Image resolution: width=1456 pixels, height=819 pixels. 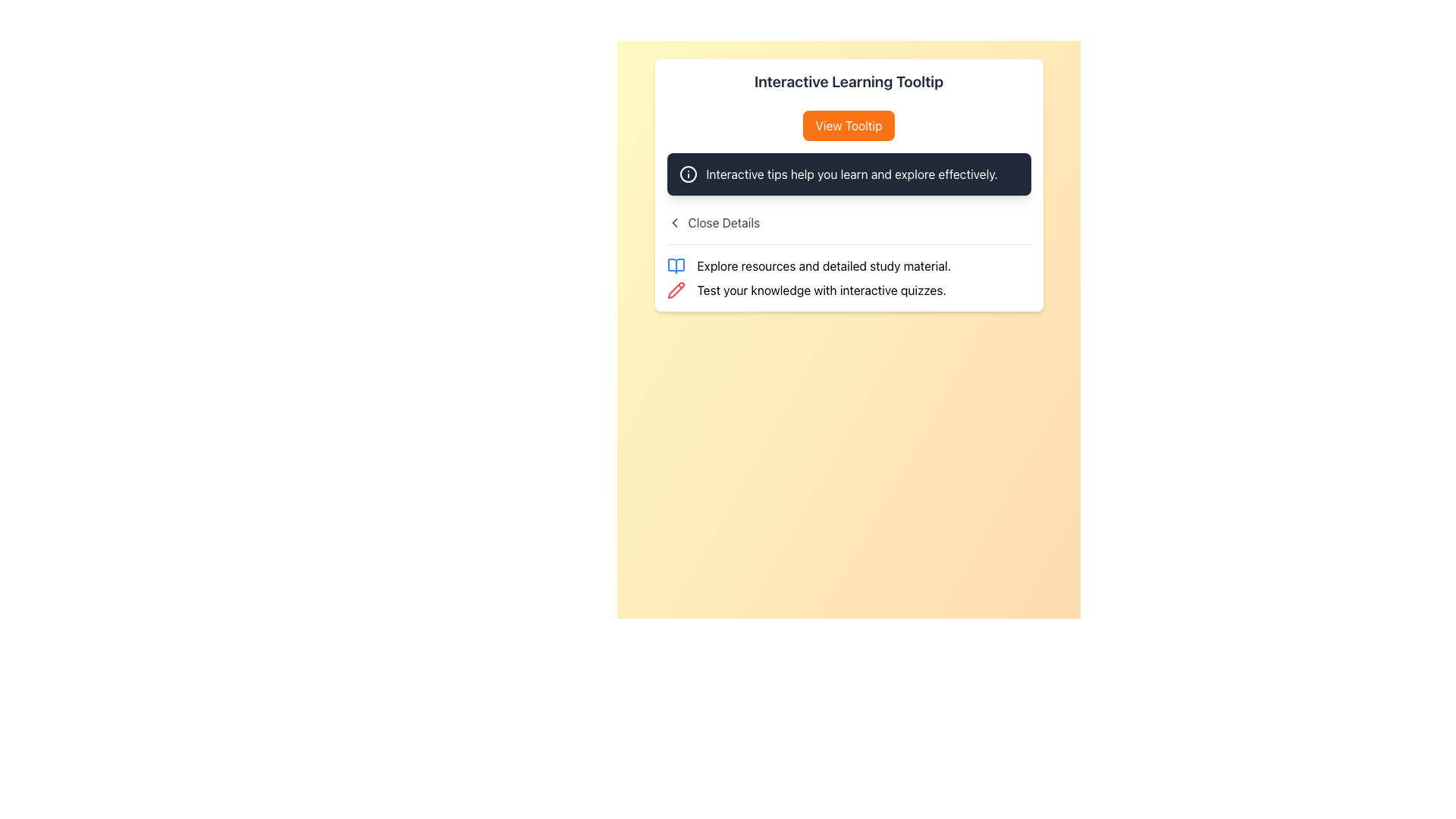 What do you see at coordinates (675, 265) in the screenshot?
I see `the educational resources icon that visually represents study materials, positioned at the beginning of the horizontal arrangement with the text 'Explore resources and detailed study material.'` at bounding box center [675, 265].